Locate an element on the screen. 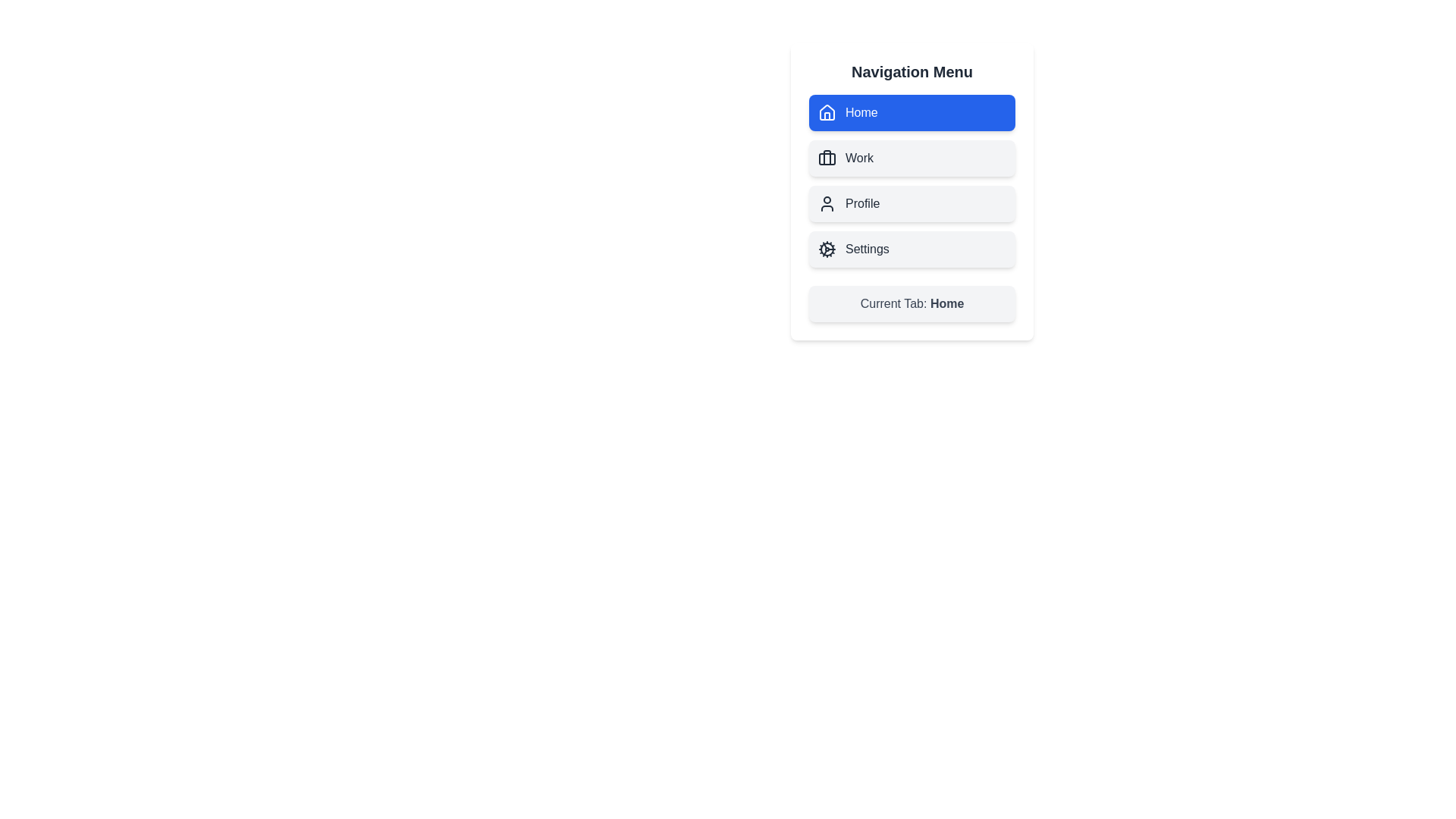 The width and height of the screenshot is (1456, 819). the Settings tab to activate it is located at coordinates (912, 248).